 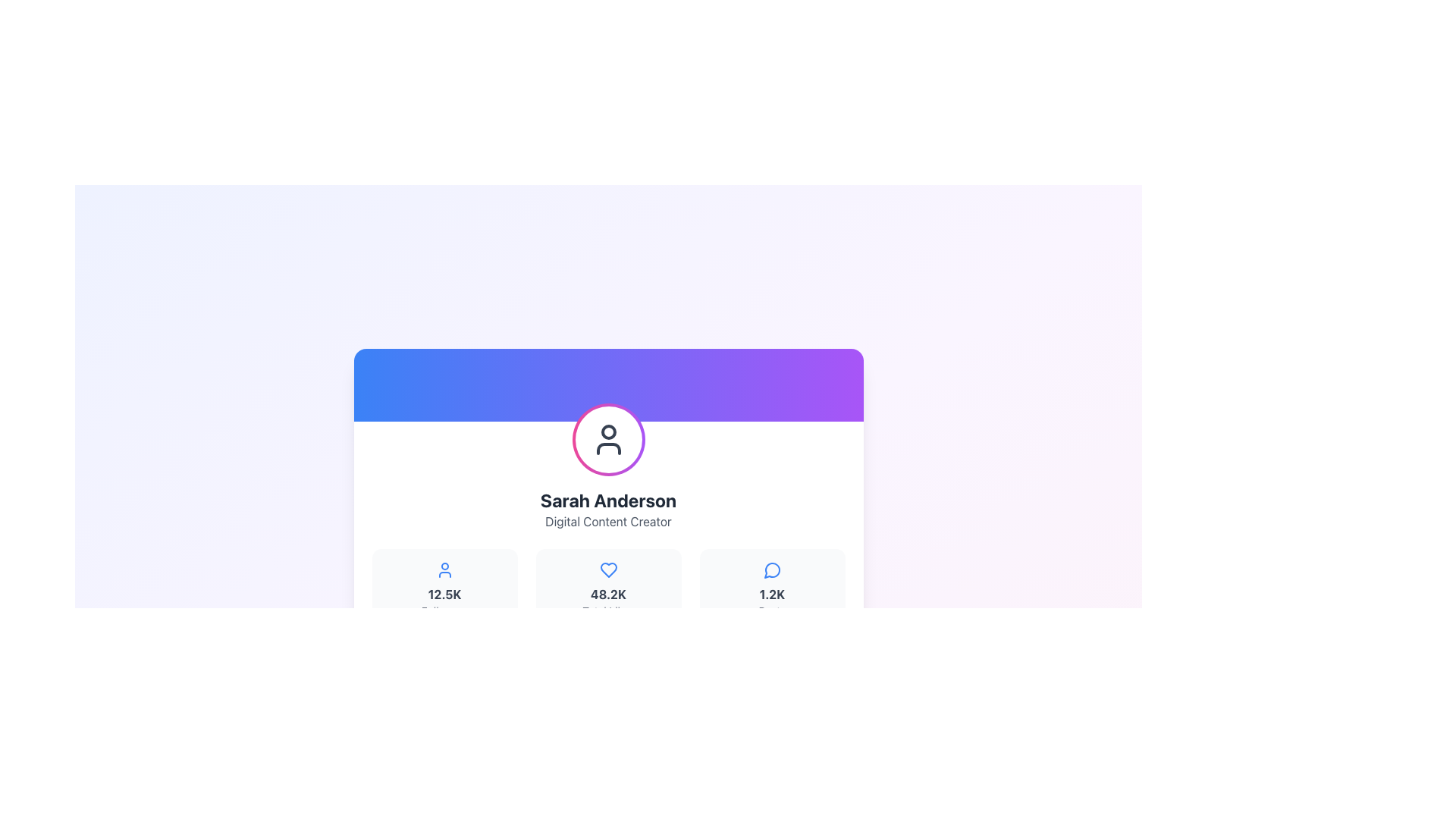 What do you see at coordinates (772, 589) in the screenshot?
I see `the Informational display component that shows '1.2K' Posts with a blue speech bubble icon, located in the rightmost position of the grid row in the user profile card` at bounding box center [772, 589].